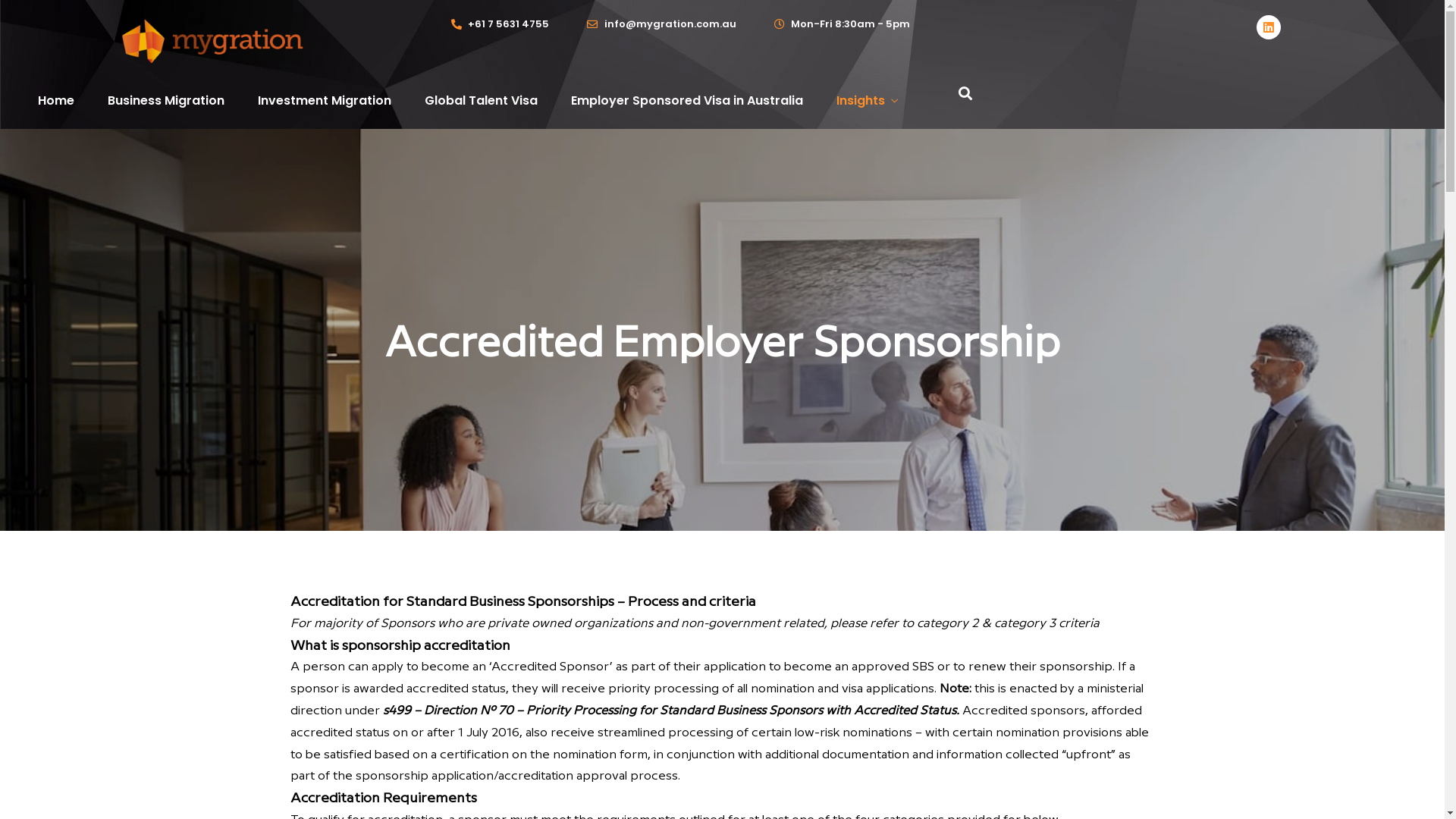 This screenshot has height=819, width=1456. What do you see at coordinates (425, 101) in the screenshot?
I see `'Global Talent Visa'` at bounding box center [425, 101].